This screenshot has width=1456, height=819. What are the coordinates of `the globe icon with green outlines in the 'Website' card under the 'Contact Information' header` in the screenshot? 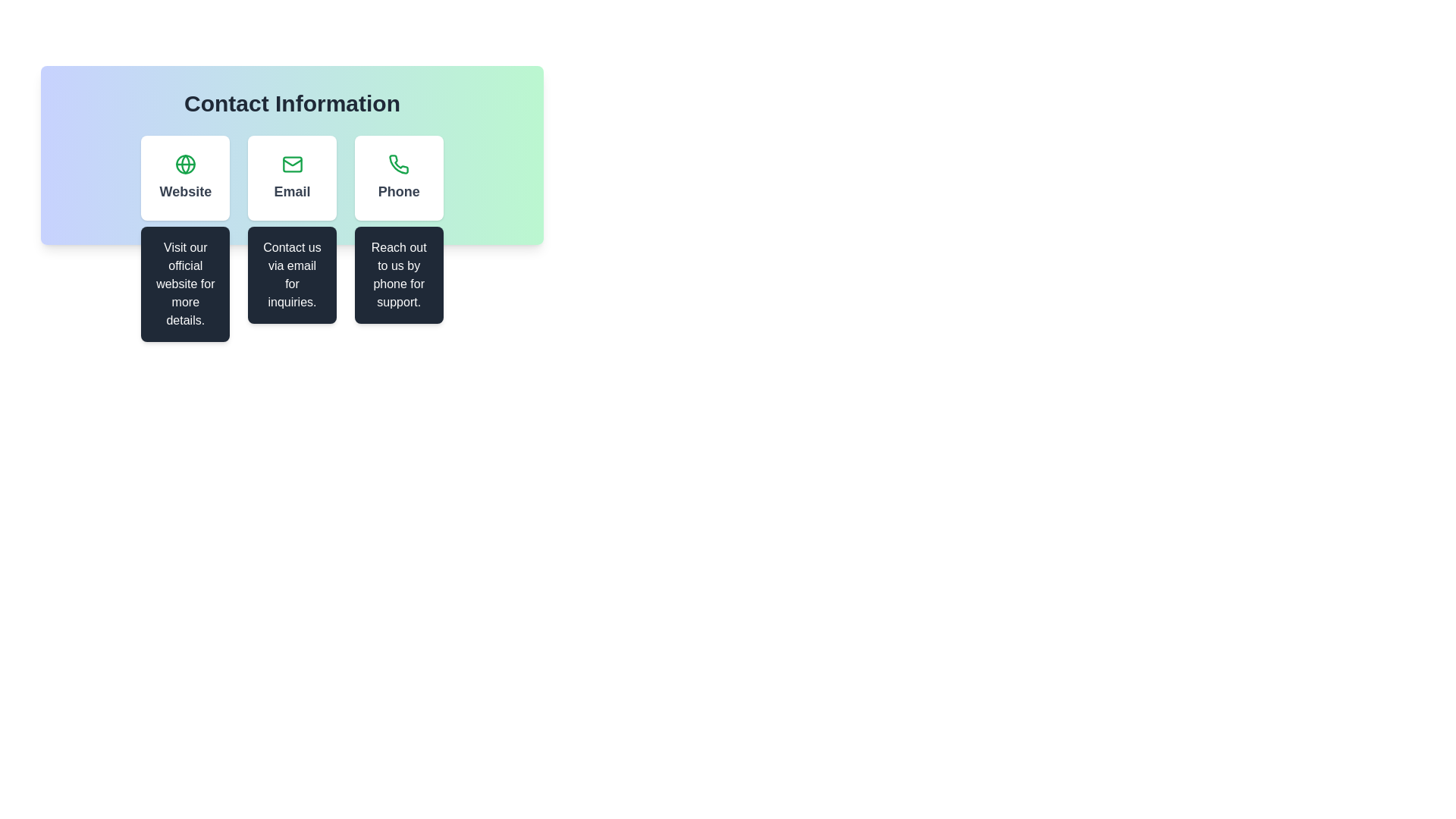 It's located at (184, 164).